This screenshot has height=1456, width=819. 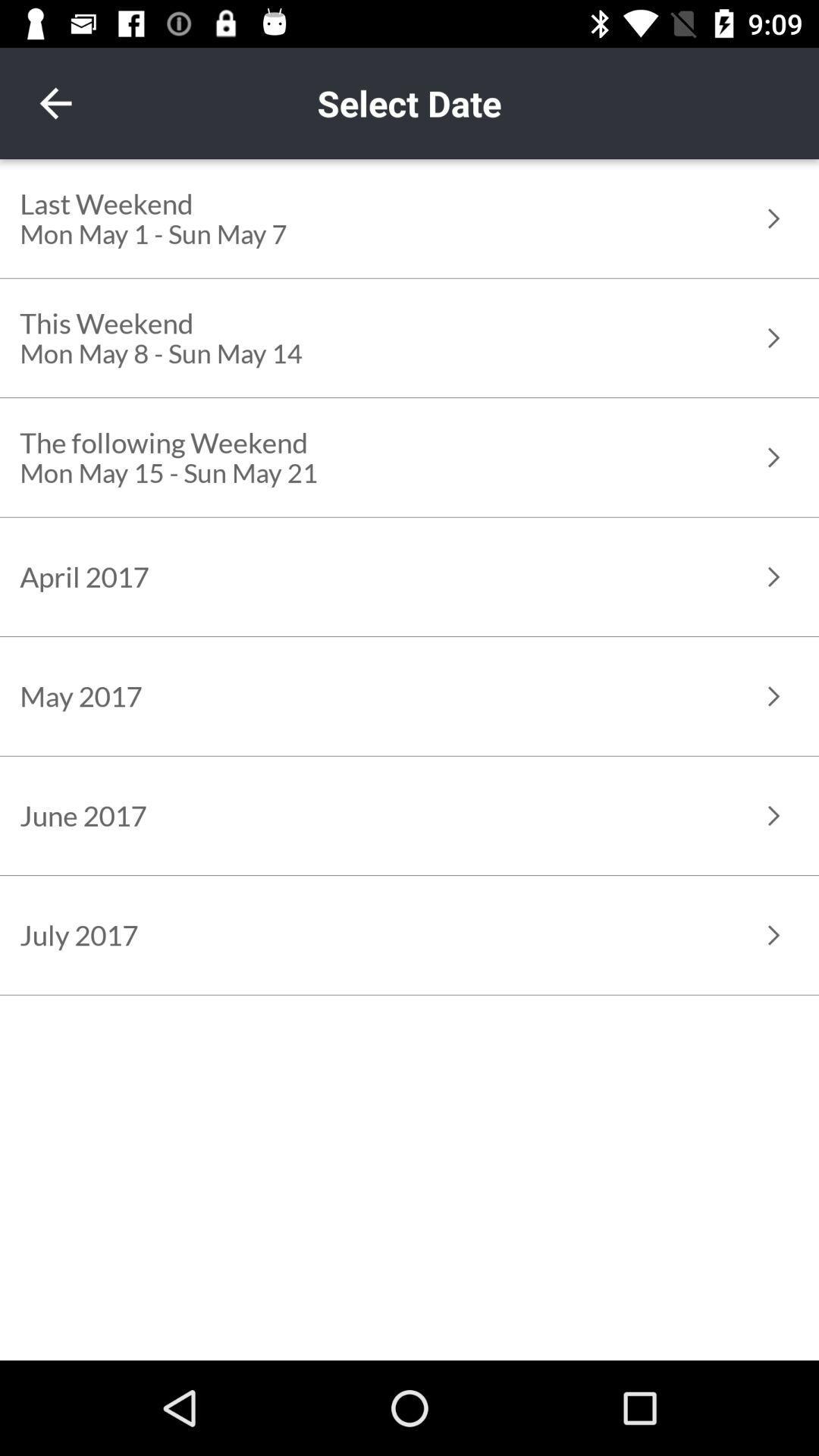 I want to click on the item to the left of the select date item, so click(x=55, y=102).